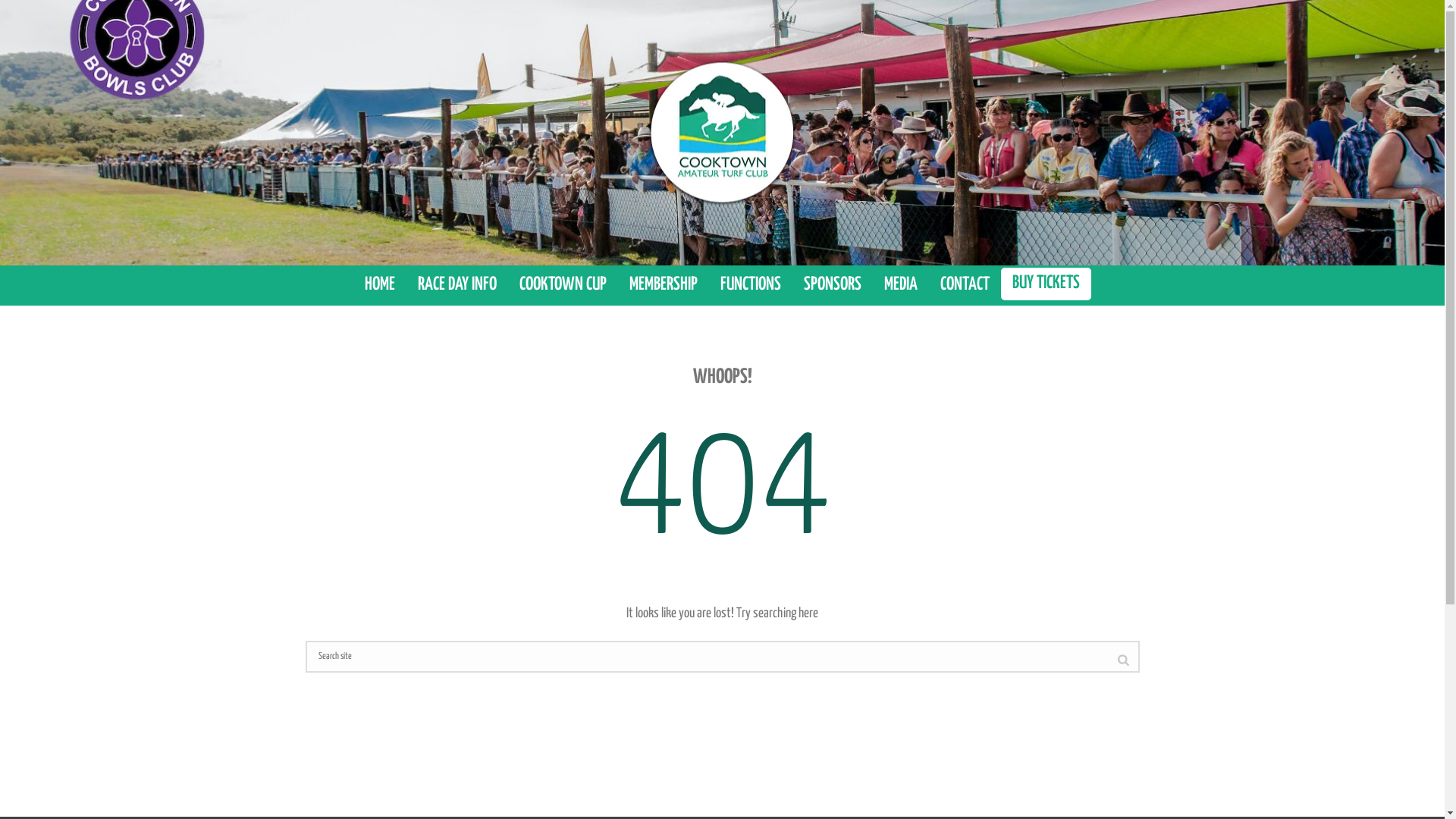 The width and height of the screenshot is (1456, 819). What do you see at coordinates (1045, 284) in the screenshot?
I see `'BUY TICKETS'` at bounding box center [1045, 284].